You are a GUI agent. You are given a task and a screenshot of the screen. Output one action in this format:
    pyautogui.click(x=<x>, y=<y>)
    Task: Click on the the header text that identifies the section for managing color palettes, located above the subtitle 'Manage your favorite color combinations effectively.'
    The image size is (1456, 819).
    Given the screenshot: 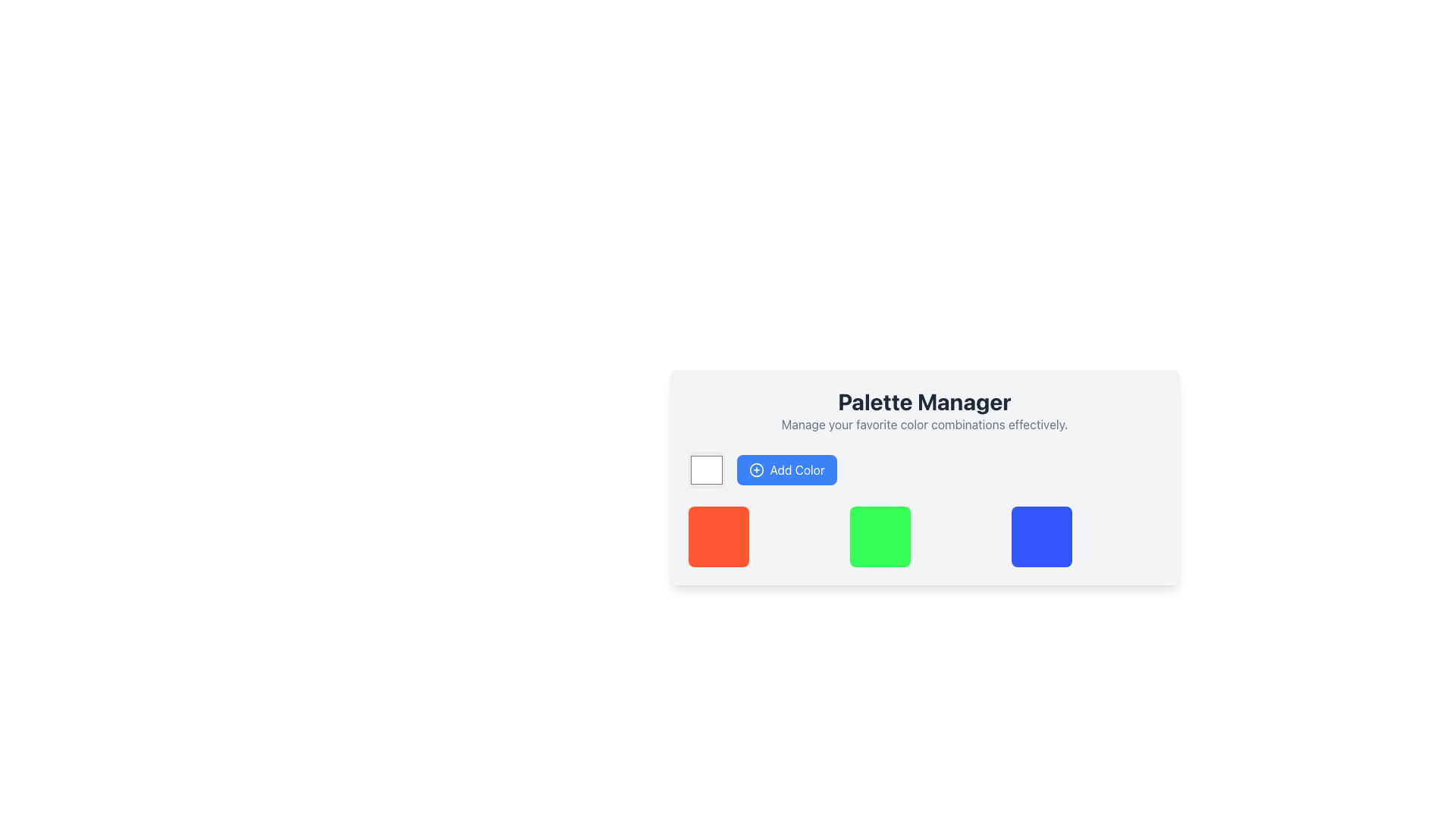 What is the action you would take?
    pyautogui.click(x=924, y=400)
    